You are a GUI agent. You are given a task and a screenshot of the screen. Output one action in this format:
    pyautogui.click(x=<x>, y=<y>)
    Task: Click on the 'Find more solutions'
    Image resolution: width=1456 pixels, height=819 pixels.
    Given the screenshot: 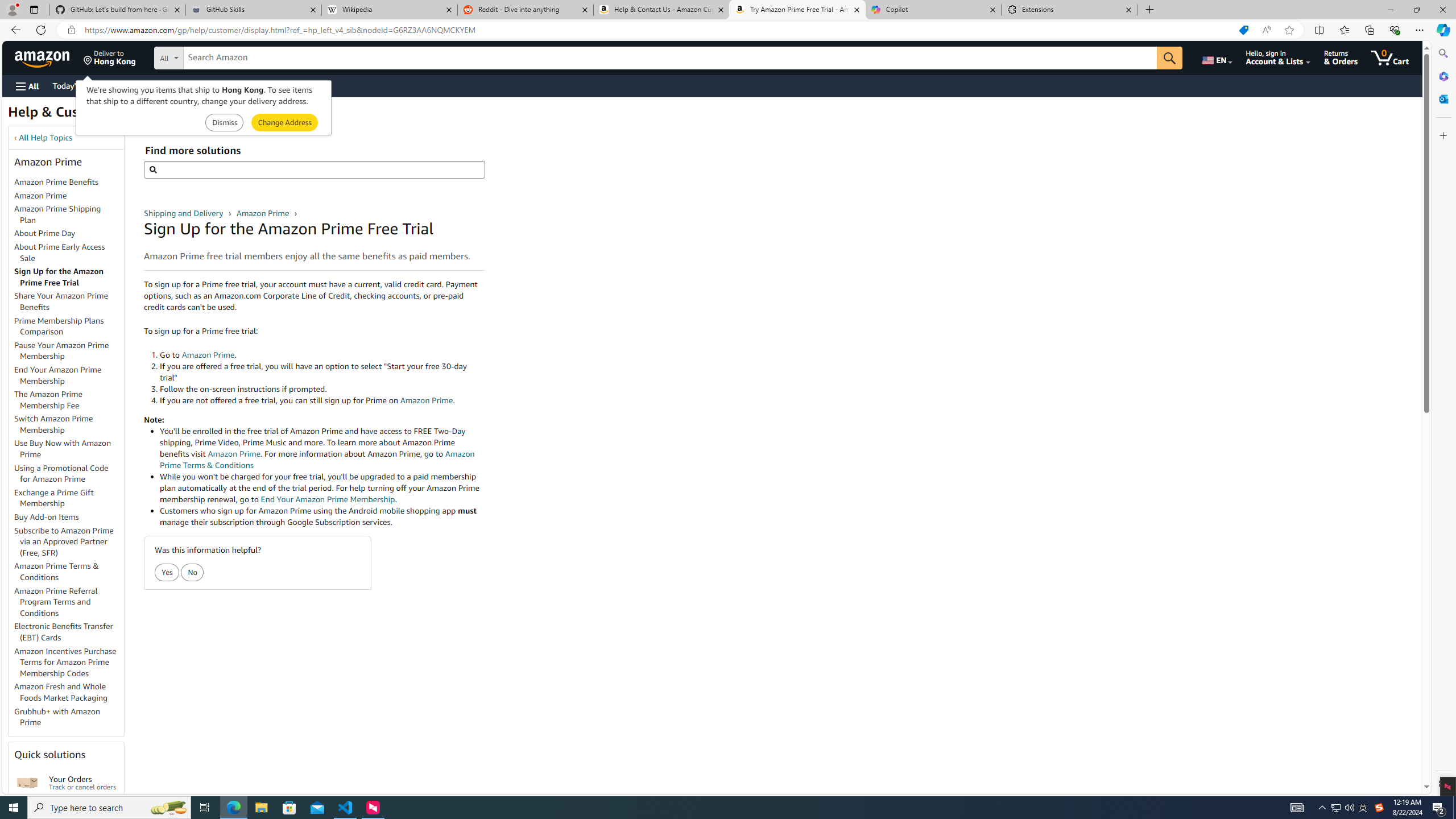 What is the action you would take?
    pyautogui.click(x=313, y=169)
    